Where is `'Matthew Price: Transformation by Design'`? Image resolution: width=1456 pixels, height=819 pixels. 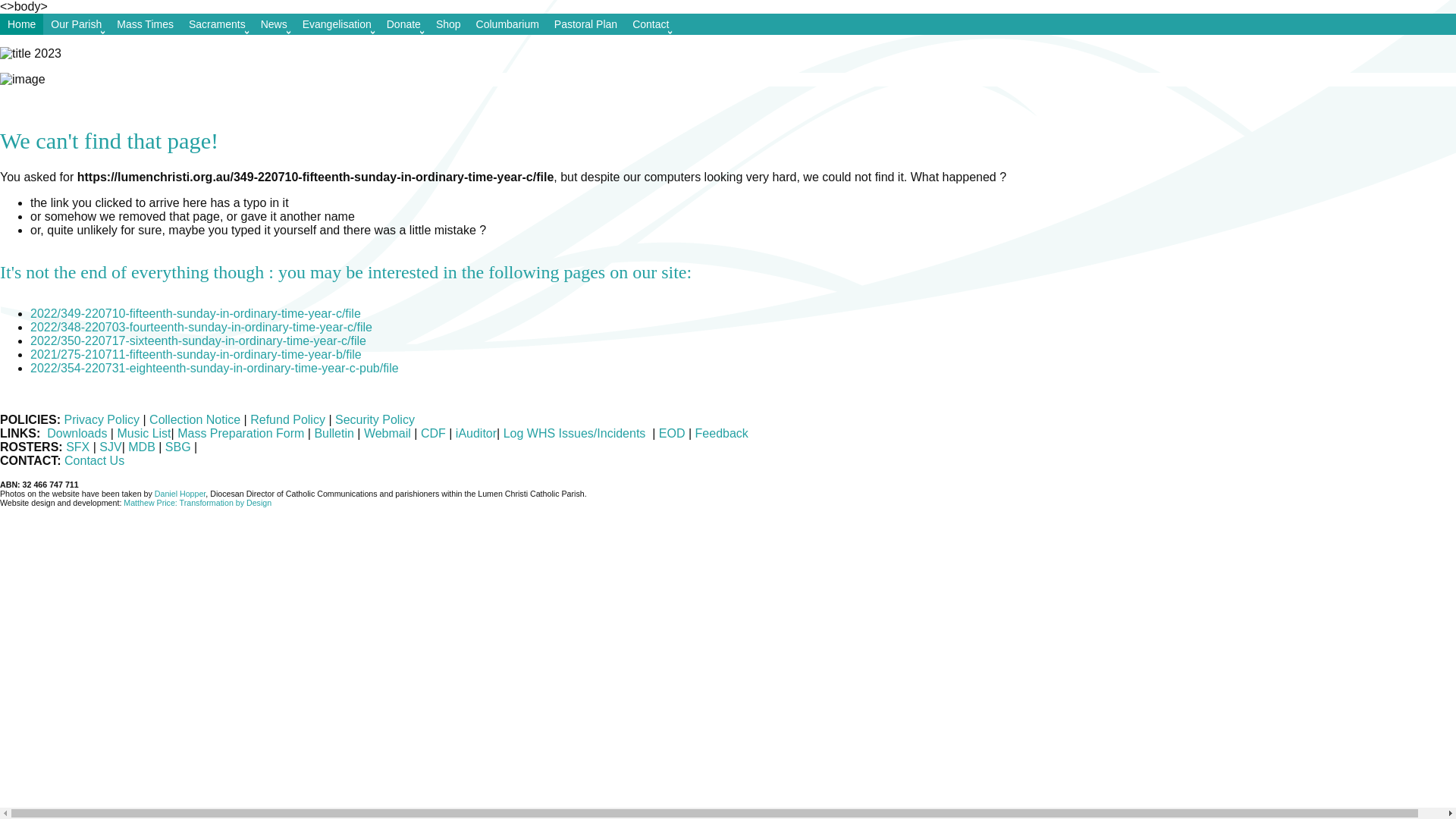
'Matthew Price: Transformation by Design' is located at coordinates (196, 503).